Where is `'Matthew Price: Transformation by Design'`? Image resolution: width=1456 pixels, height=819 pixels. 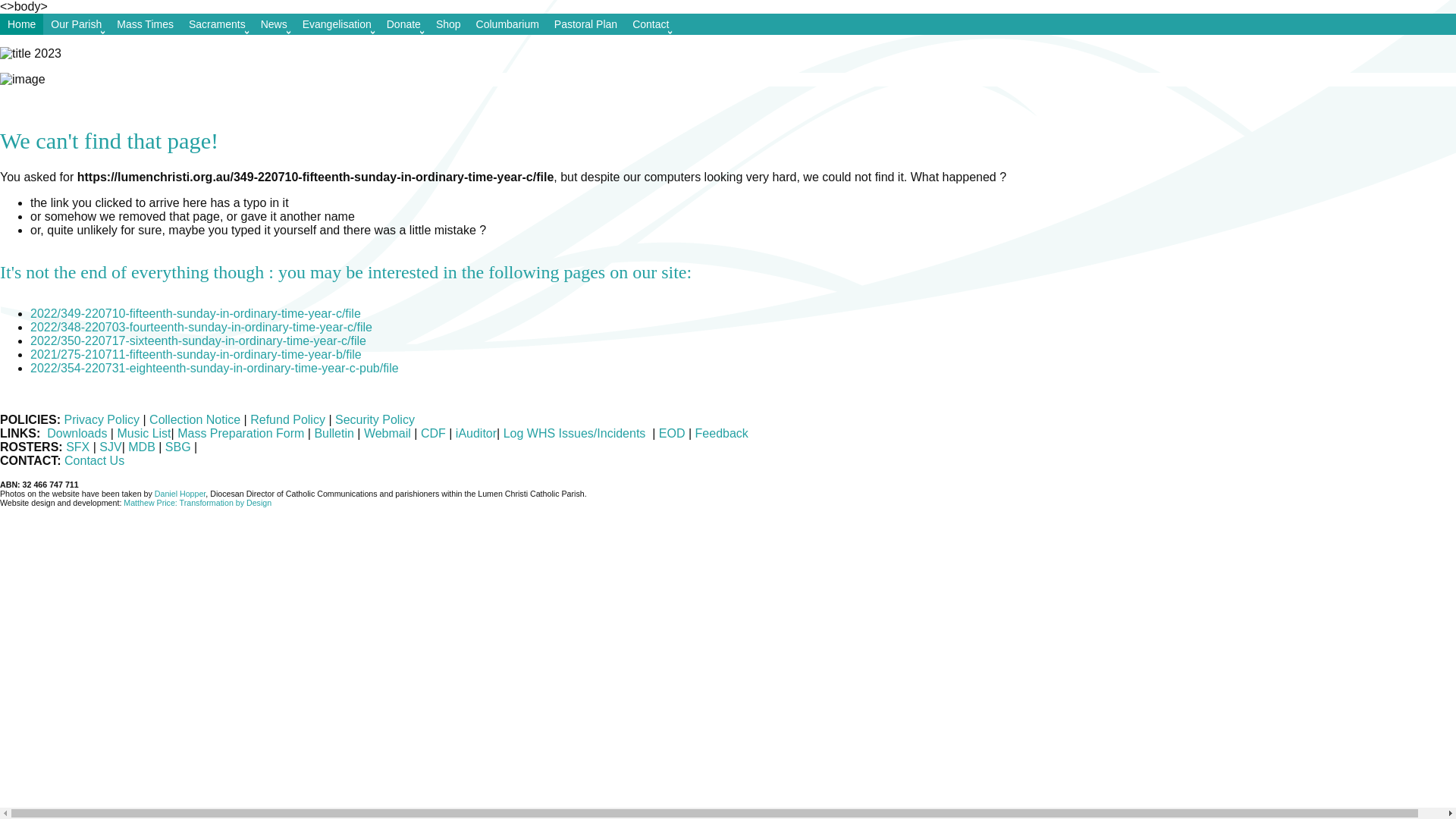
'Matthew Price: Transformation by Design' is located at coordinates (196, 503).